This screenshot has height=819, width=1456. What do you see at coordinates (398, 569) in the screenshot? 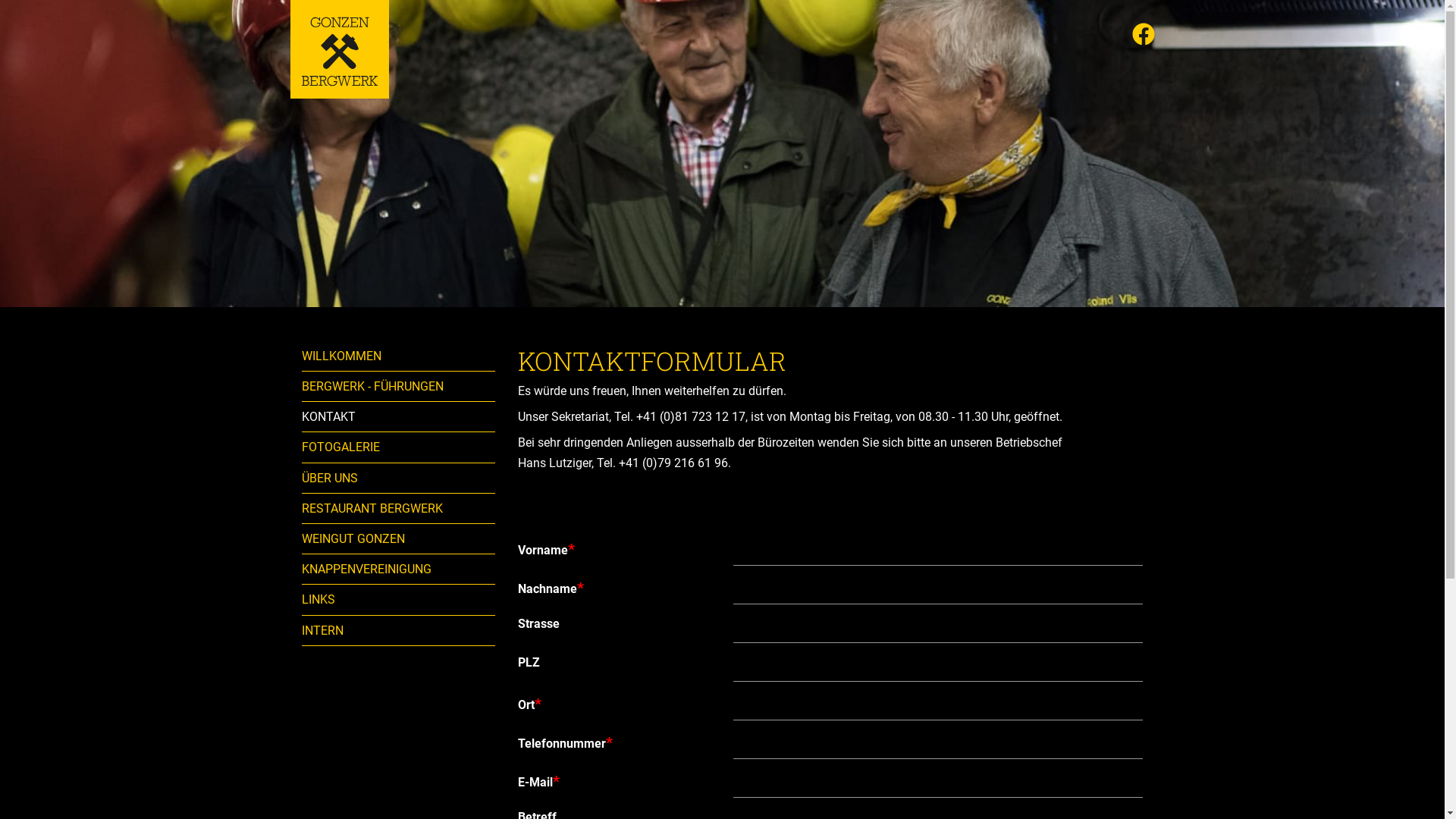
I see `'KNAPPENVEREINIGUNG'` at bounding box center [398, 569].